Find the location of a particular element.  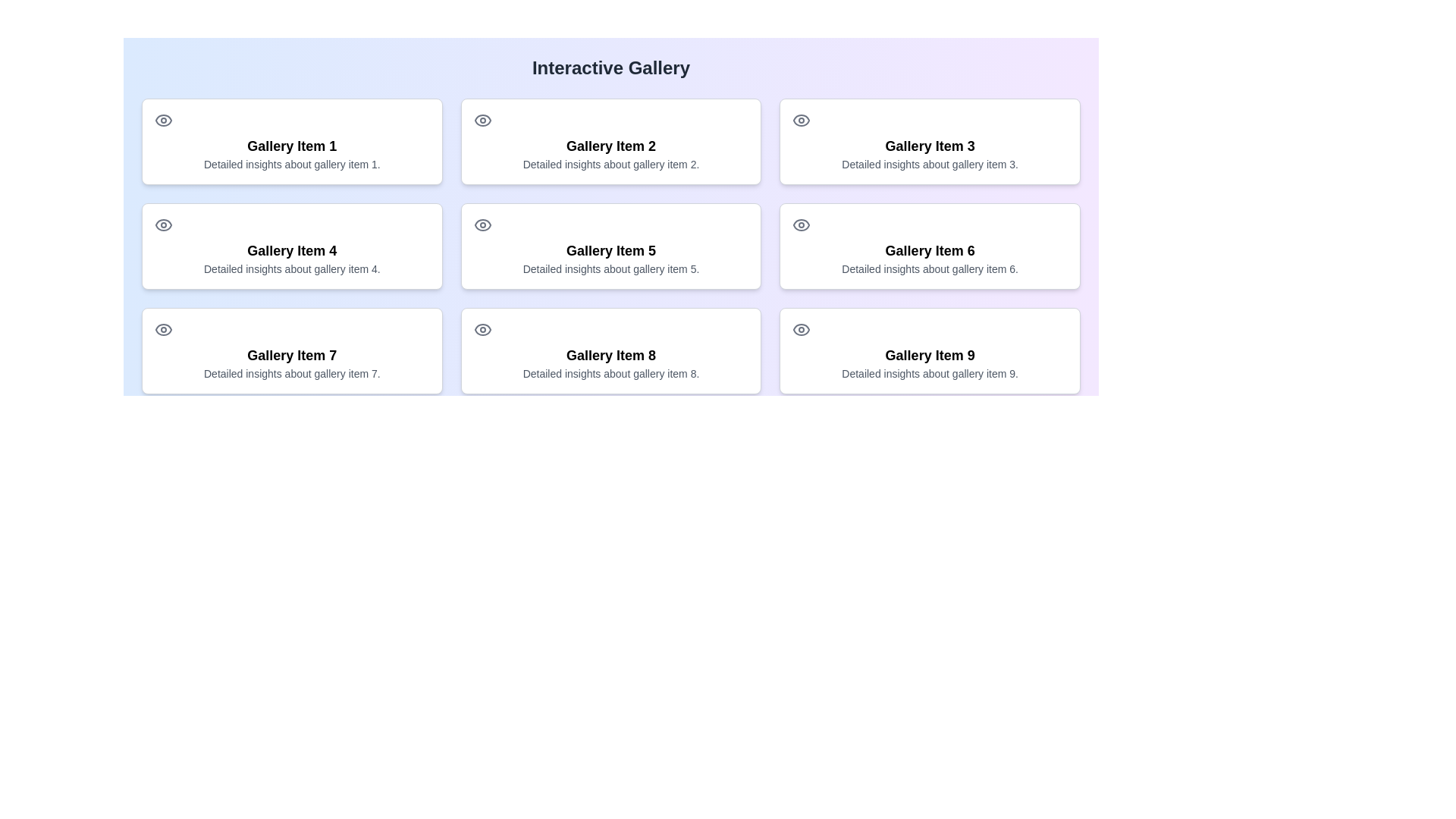

text label that provides detailed insights about 'Gallery Item 1', which is styled in a small gray font and located below the title of the item is located at coordinates (292, 164).